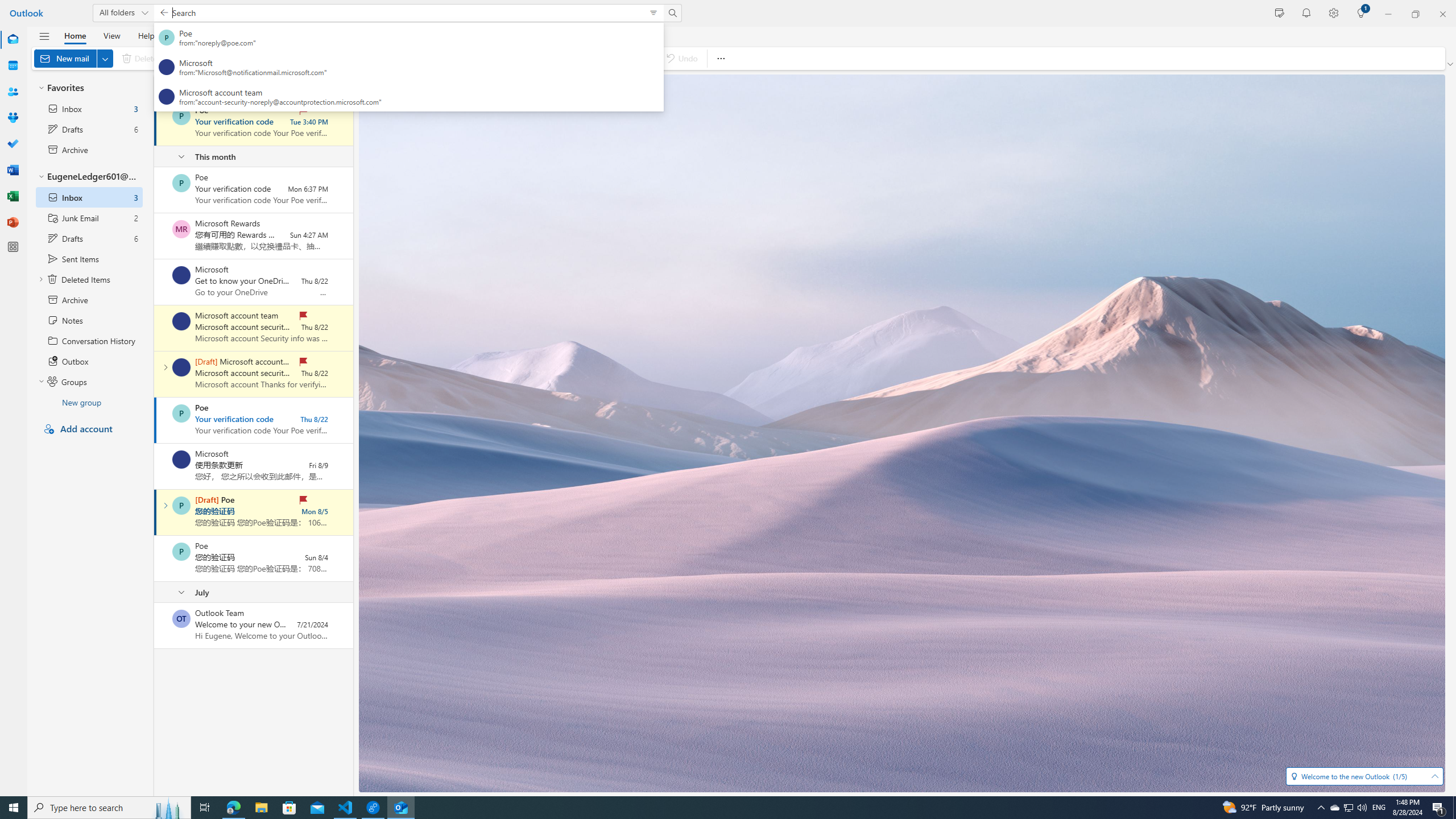 The image size is (1456, 819). I want to click on 'Home', so click(74, 35).